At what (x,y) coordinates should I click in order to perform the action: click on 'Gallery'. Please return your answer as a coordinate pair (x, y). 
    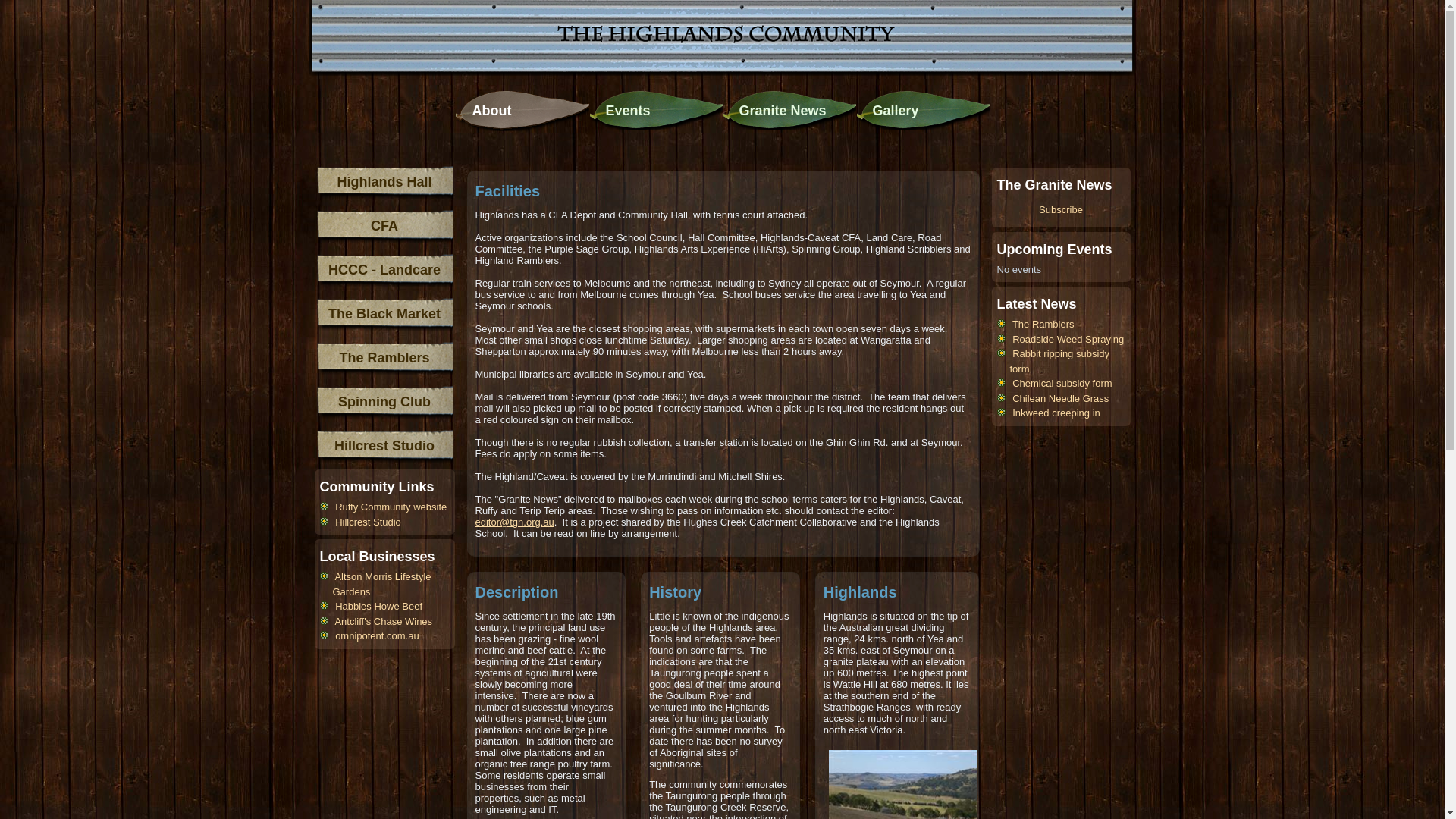
    Looking at the image, I should click on (921, 110).